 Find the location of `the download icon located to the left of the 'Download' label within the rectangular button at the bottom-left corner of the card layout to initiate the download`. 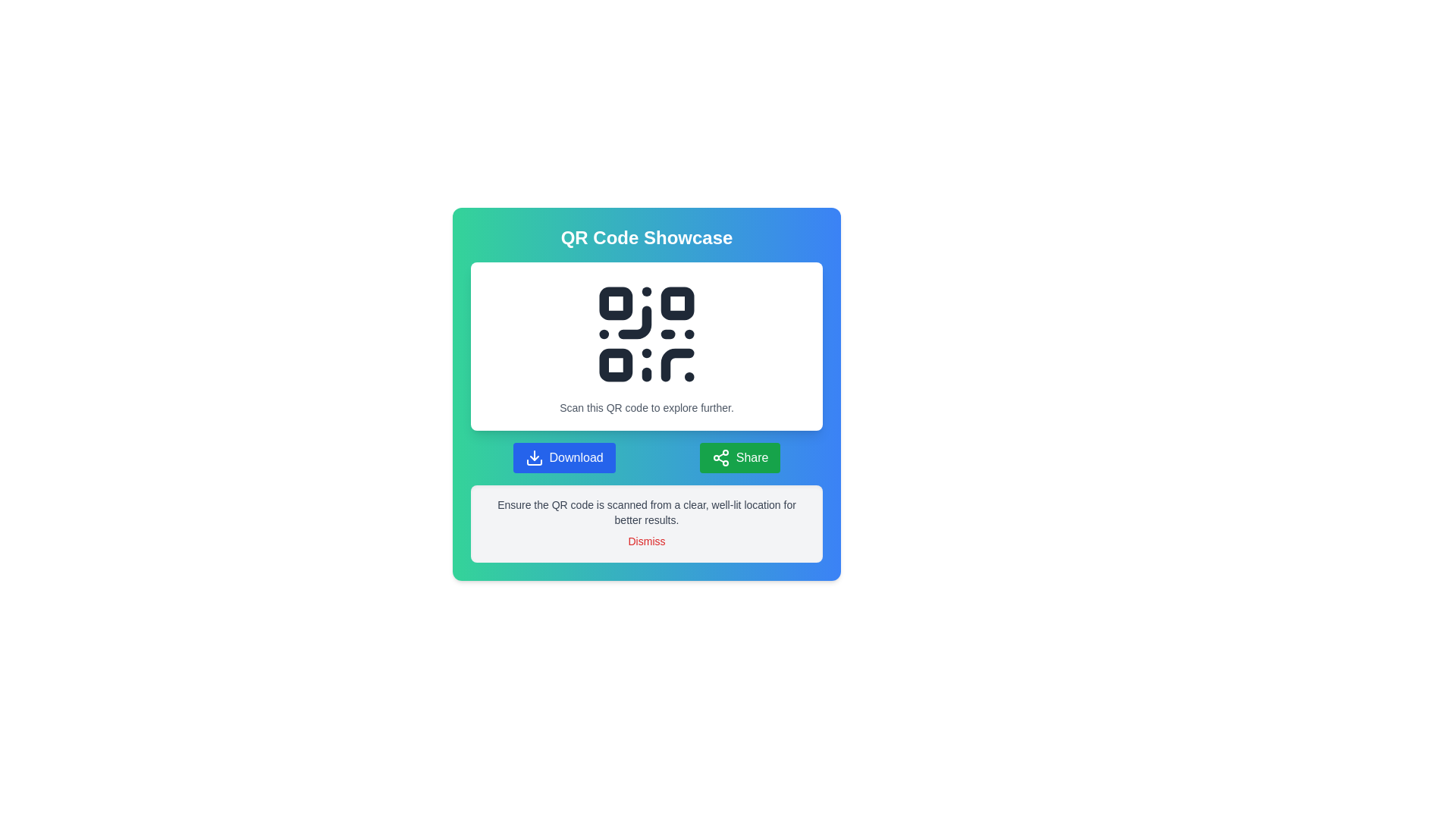

the download icon located to the left of the 'Download' label within the rectangular button at the bottom-left corner of the card layout to initiate the download is located at coordinates (534, 457).